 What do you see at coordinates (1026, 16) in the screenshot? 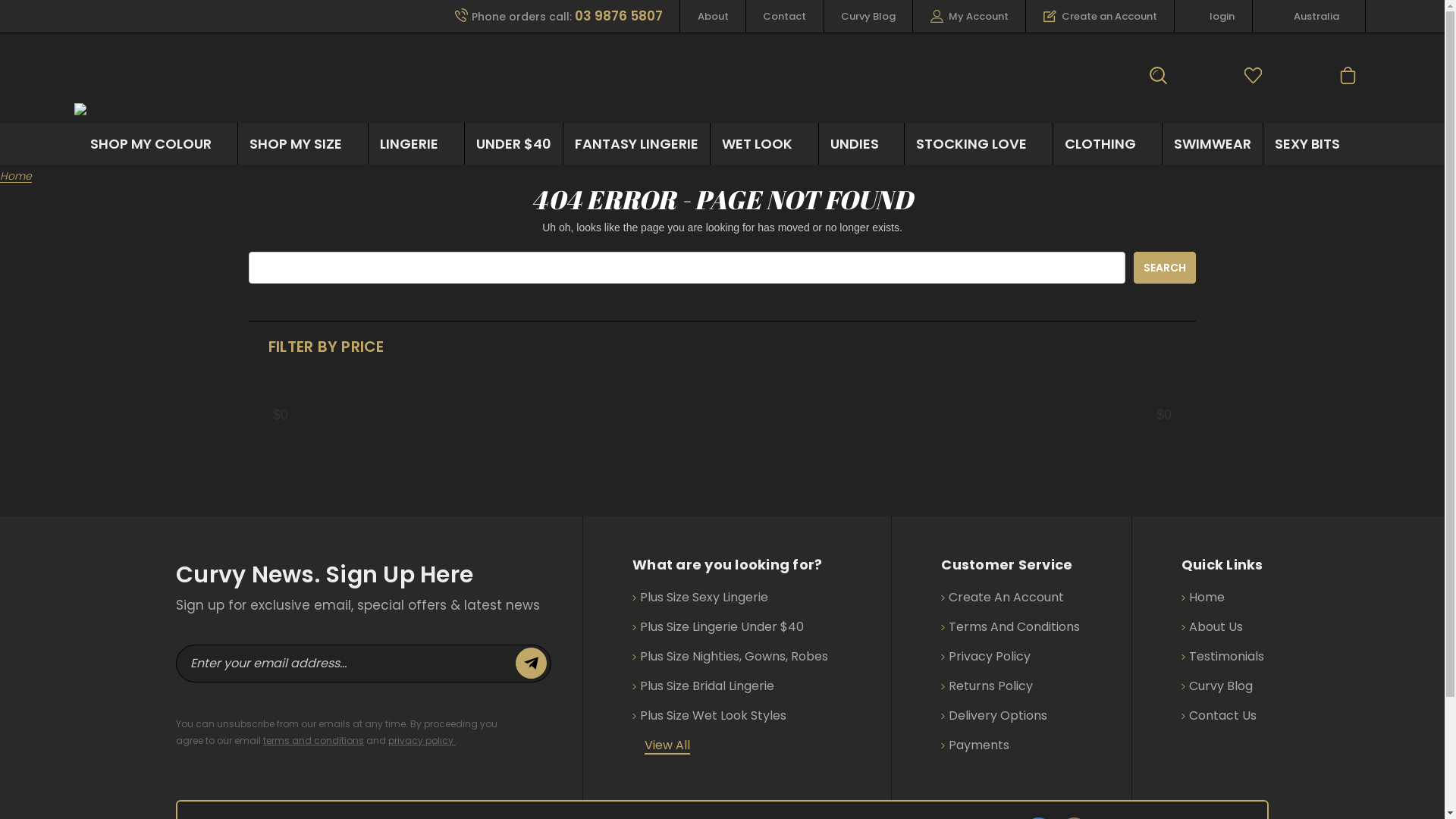
I see `'Create an Account'` at bounding box center [1026, 16].